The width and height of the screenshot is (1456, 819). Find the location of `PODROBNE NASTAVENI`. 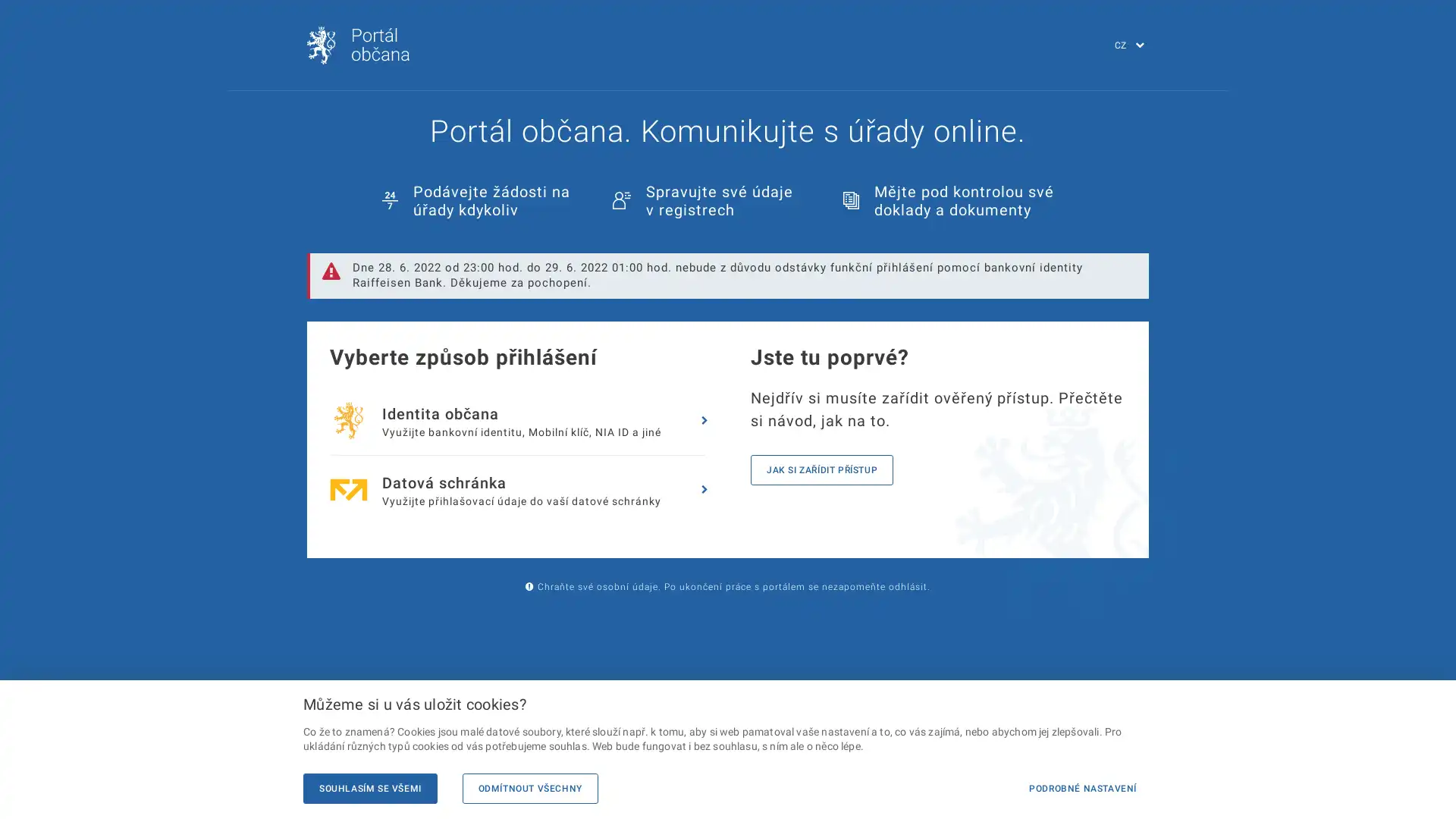

PODROBNE NASTAVENI is located at coordinates (1081, 788).